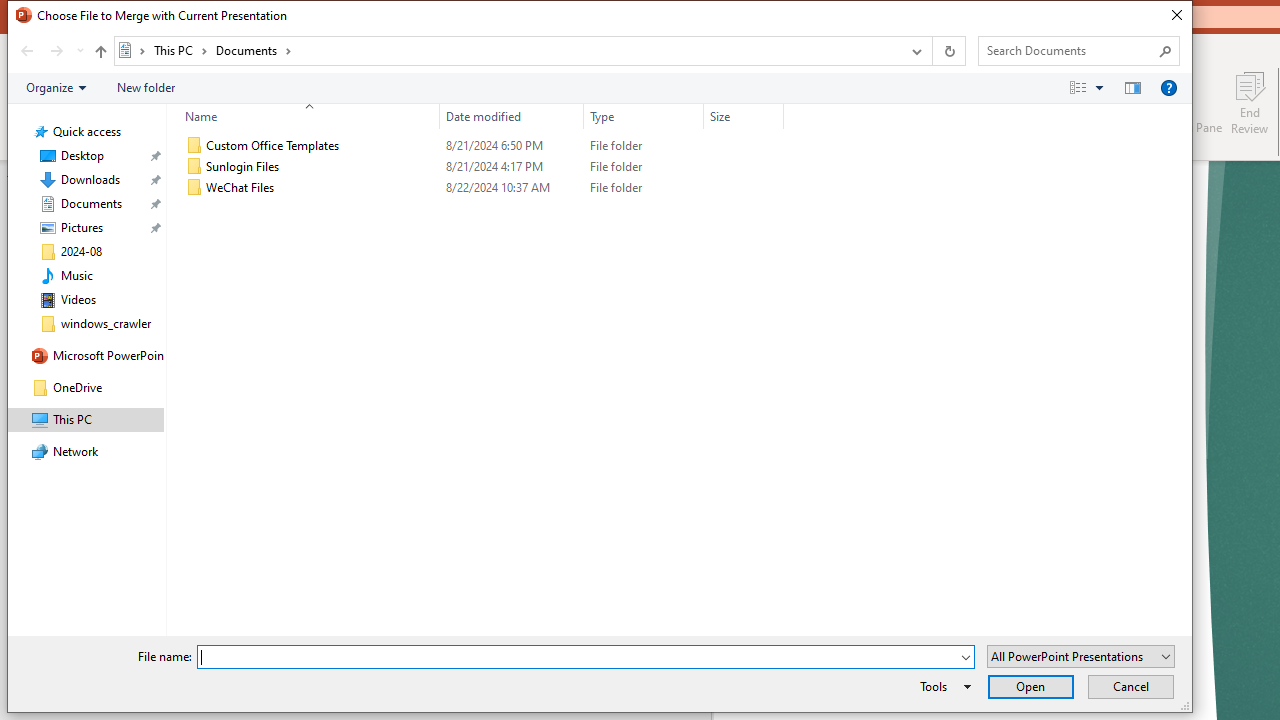 This screenshot has height=720, width=1280. I want to click on 'Back (Alt + Left Arrow)', so click(26, 50).